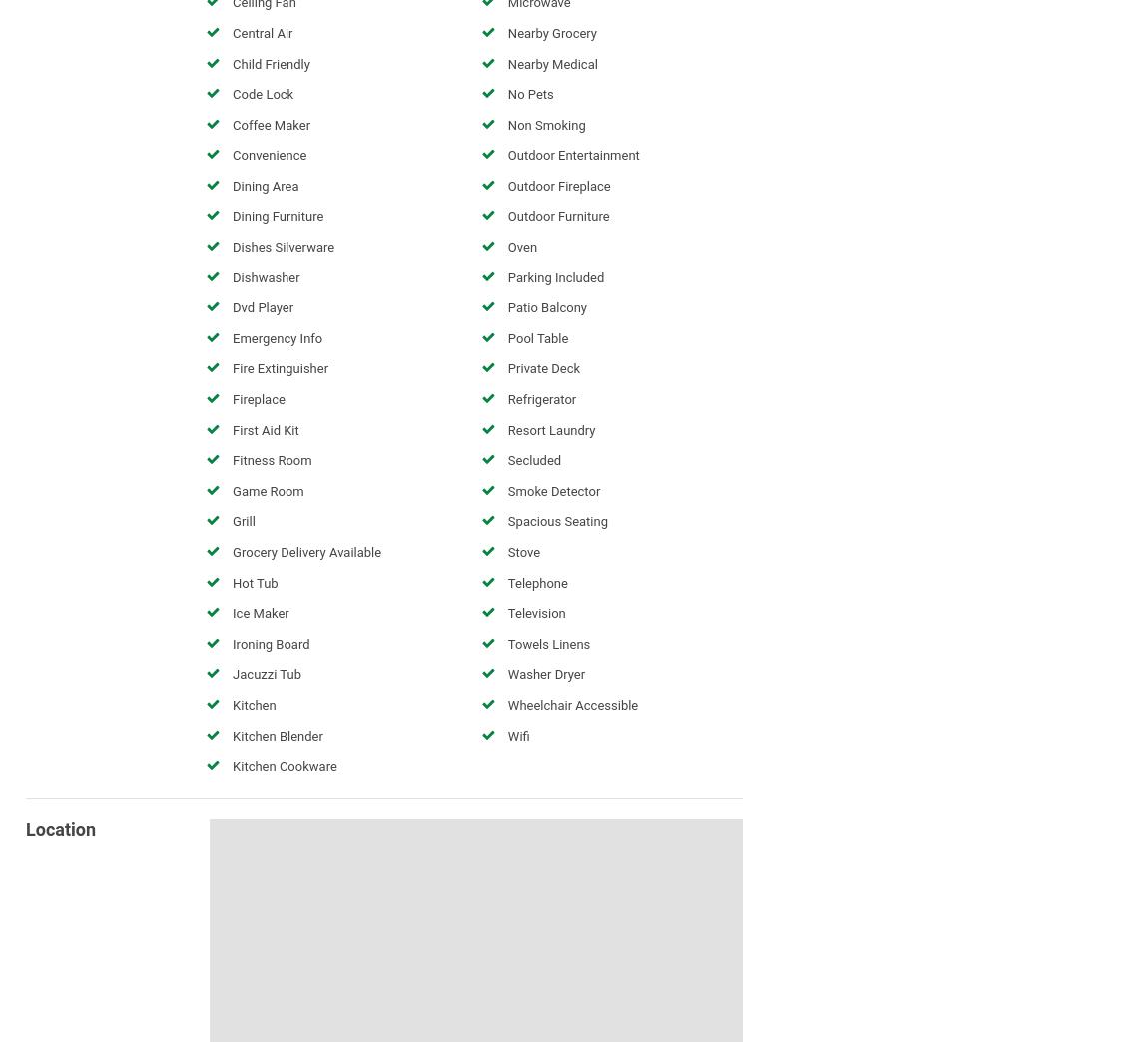 The width and height of the screenshot is (1148, 1042). Describe the element at coordinates (506, 673) in the screenshot. I see `'Washer Dryer'` at that location.